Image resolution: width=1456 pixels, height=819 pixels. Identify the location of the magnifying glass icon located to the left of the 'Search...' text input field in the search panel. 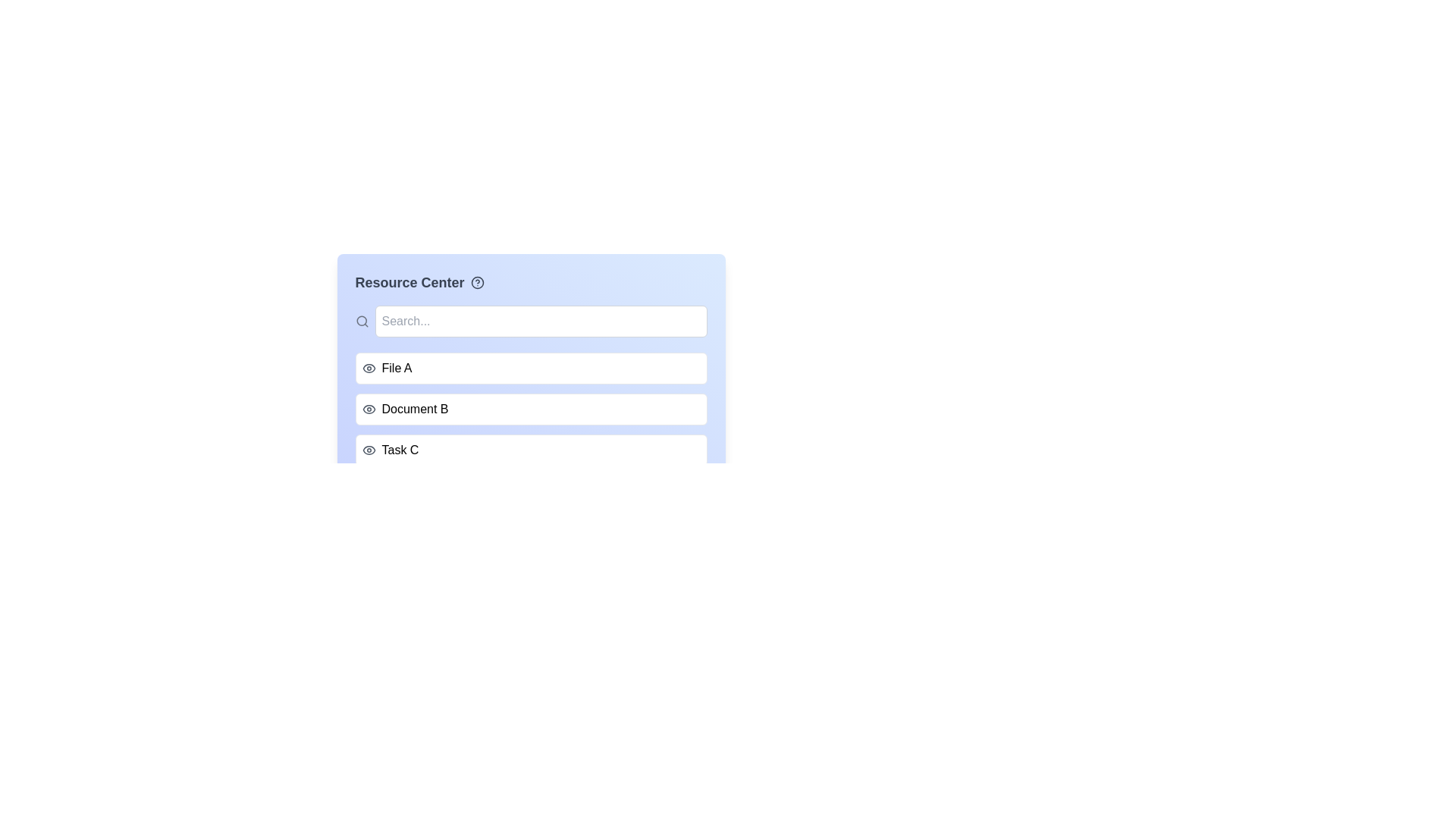
(361, 321).